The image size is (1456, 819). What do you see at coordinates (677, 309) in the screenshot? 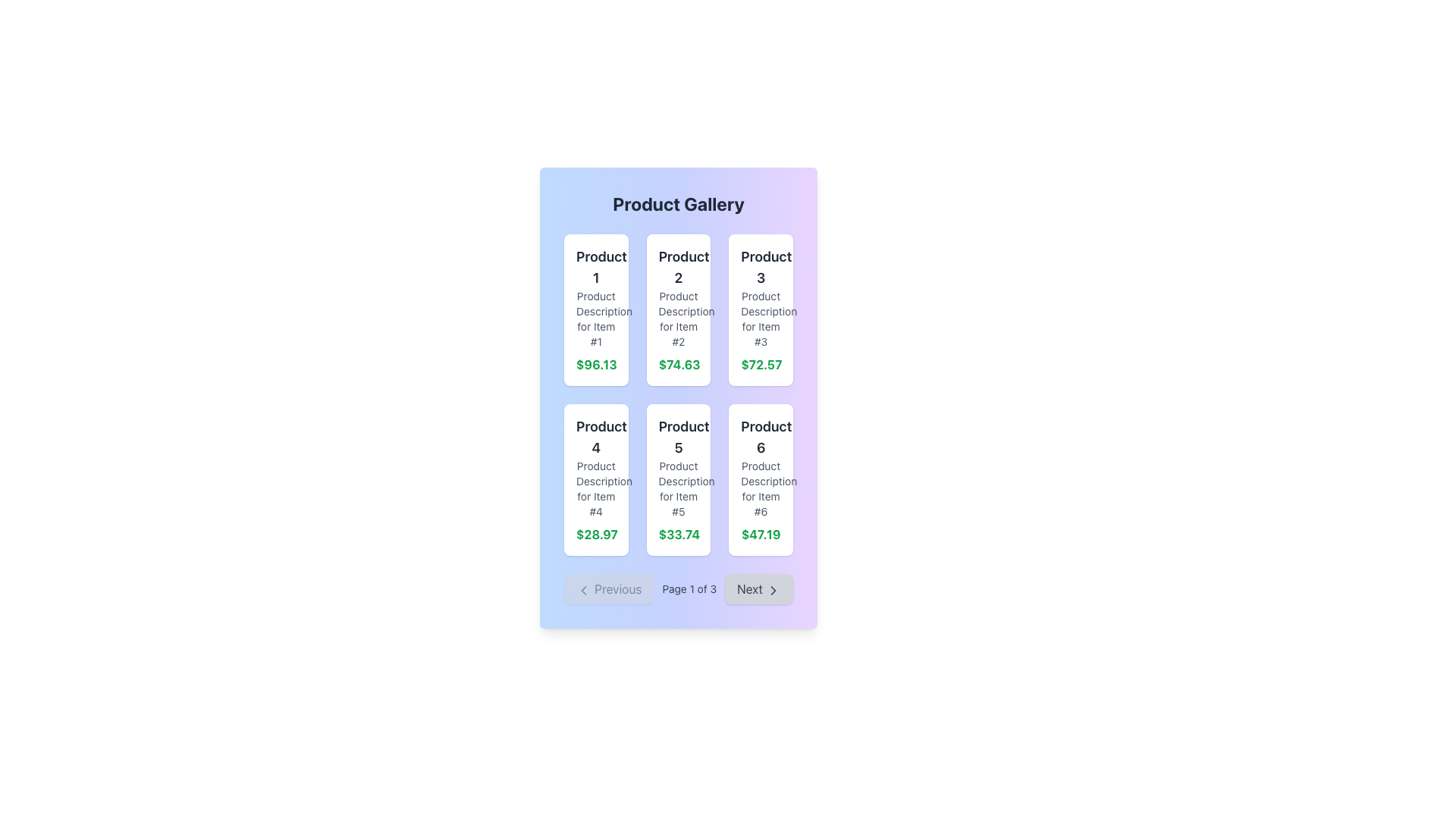
I see `the product card showcasing details about 'Product 2' in the second column of the first row of a 3x2 grid layout` at bounding box center [677, 309].